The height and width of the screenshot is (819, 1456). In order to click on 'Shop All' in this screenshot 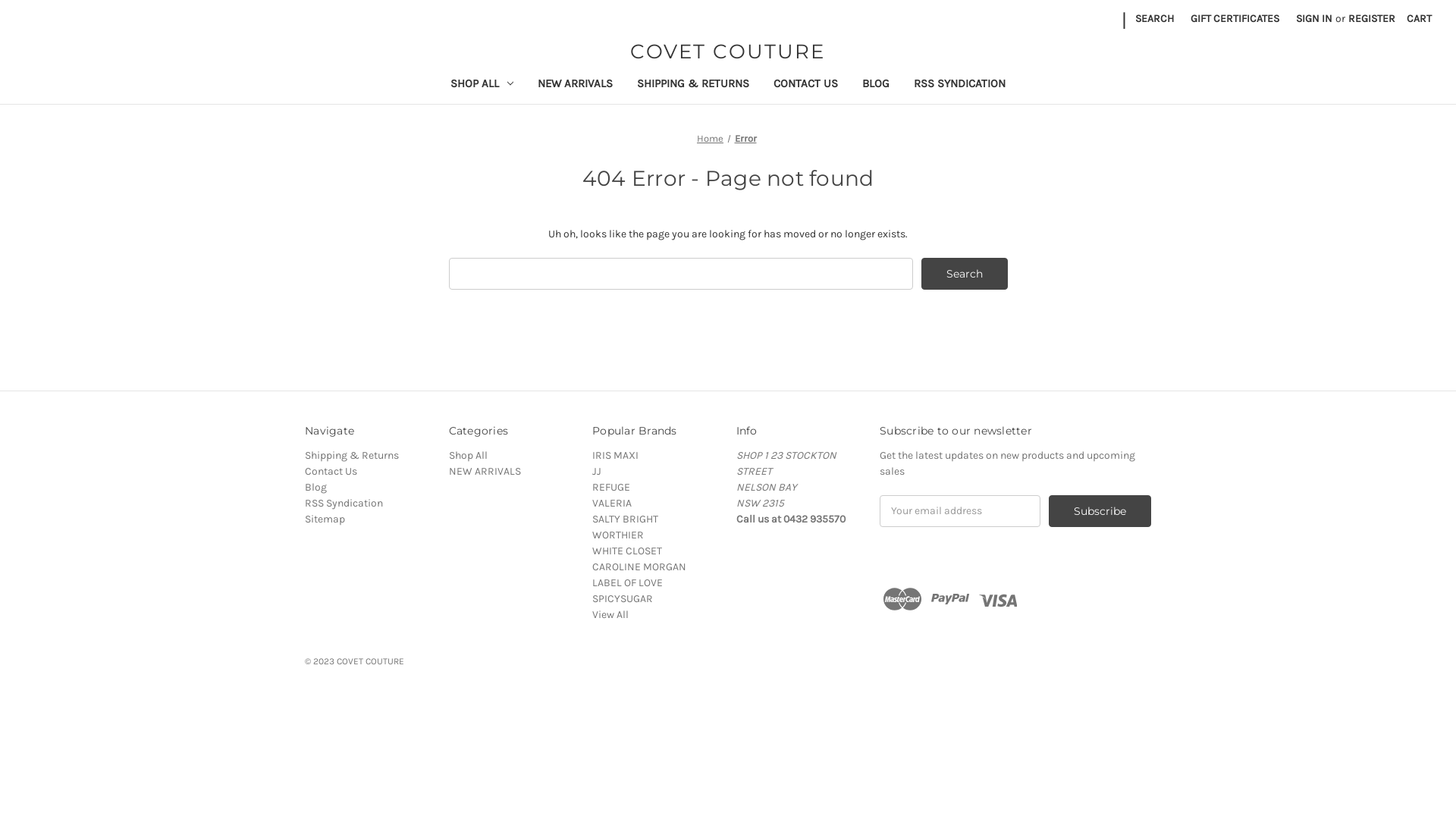, I will do `click(447, 454)`.